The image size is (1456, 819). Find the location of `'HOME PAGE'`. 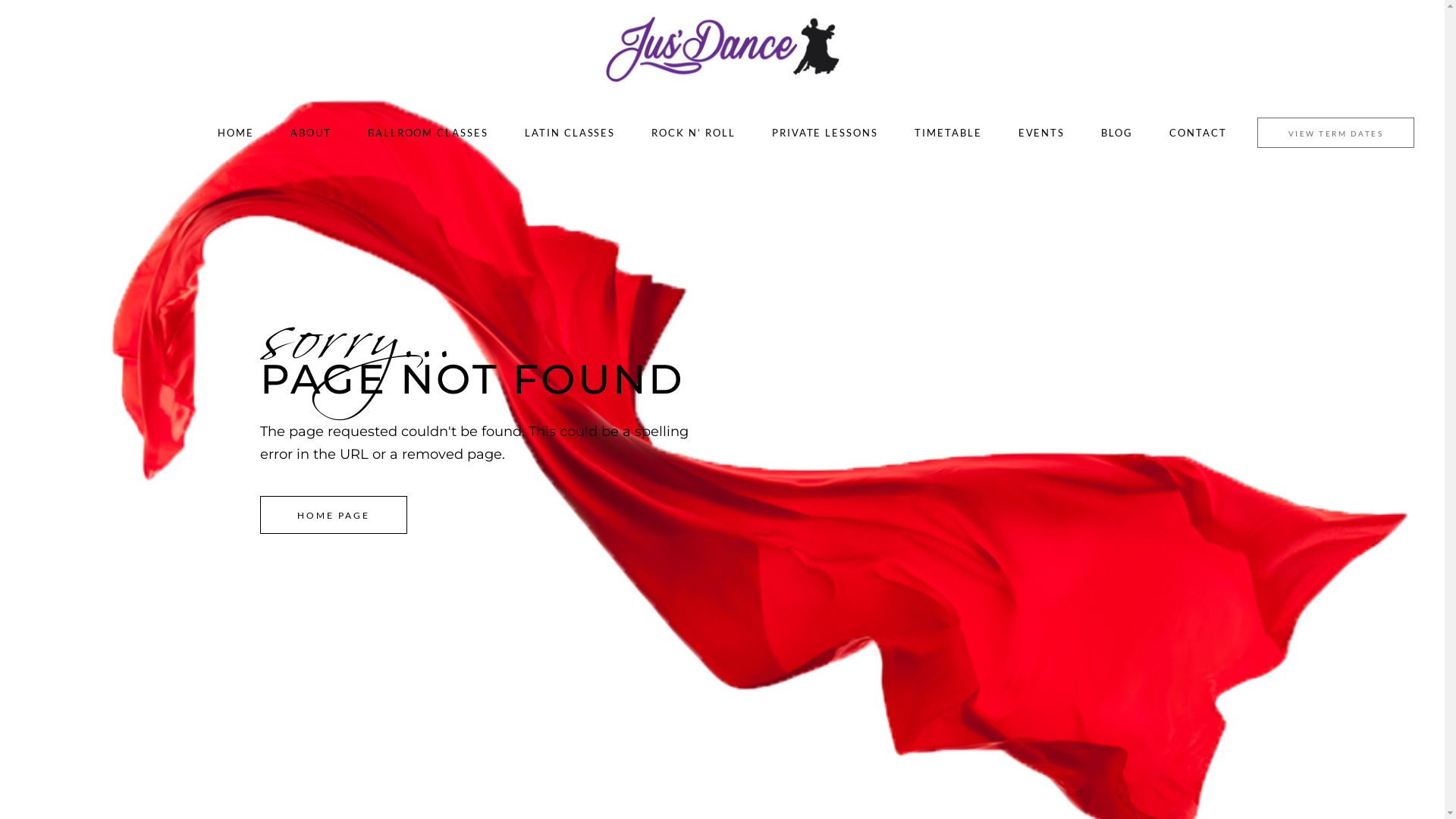

'HOME PAGE' is located at coordinates (333, 513).